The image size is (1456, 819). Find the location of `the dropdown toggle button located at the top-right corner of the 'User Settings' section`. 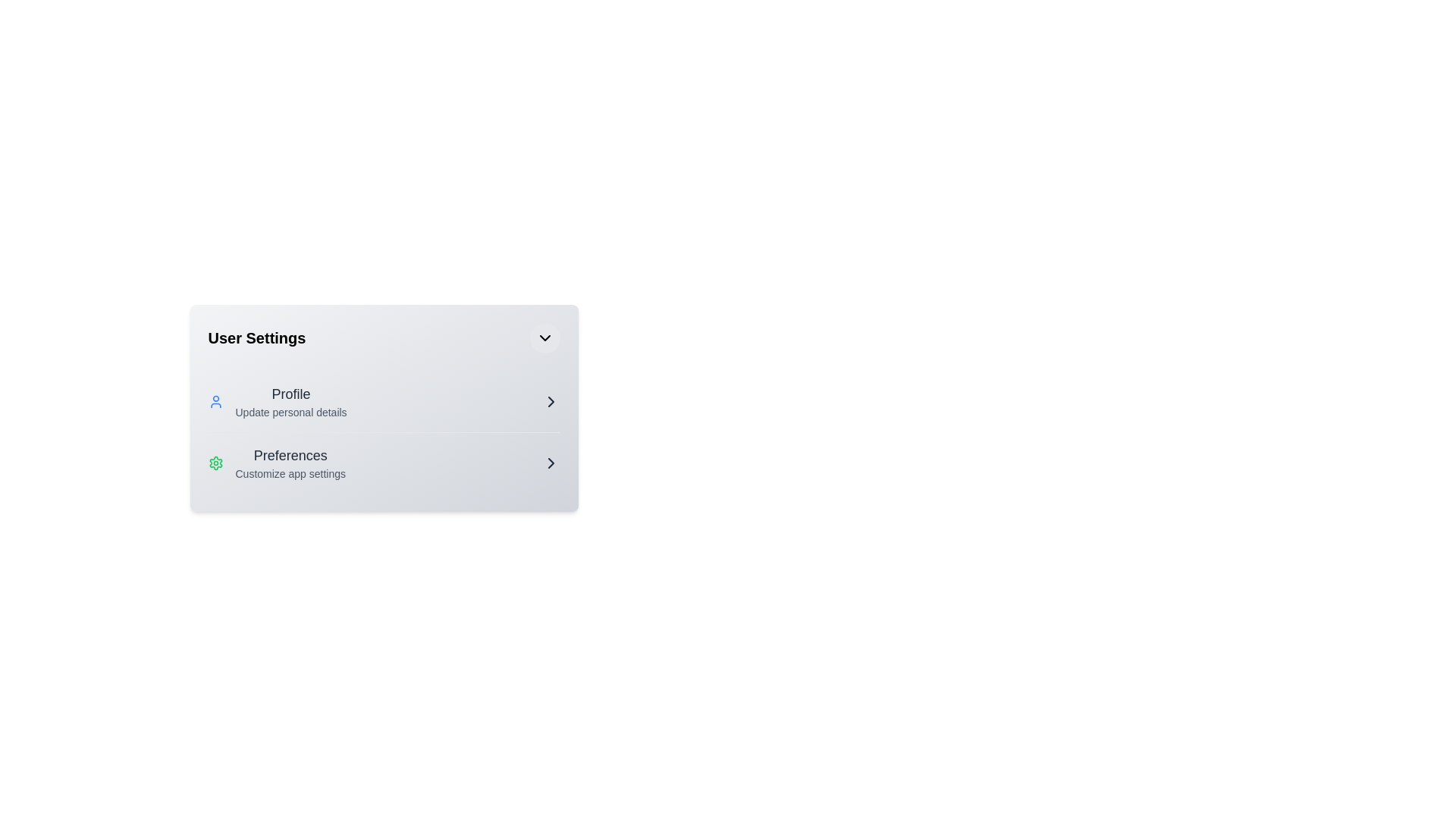

the dropdown toggle button located at the top-right corner of the 'User Settings' section is located at coordinates (544, 337).